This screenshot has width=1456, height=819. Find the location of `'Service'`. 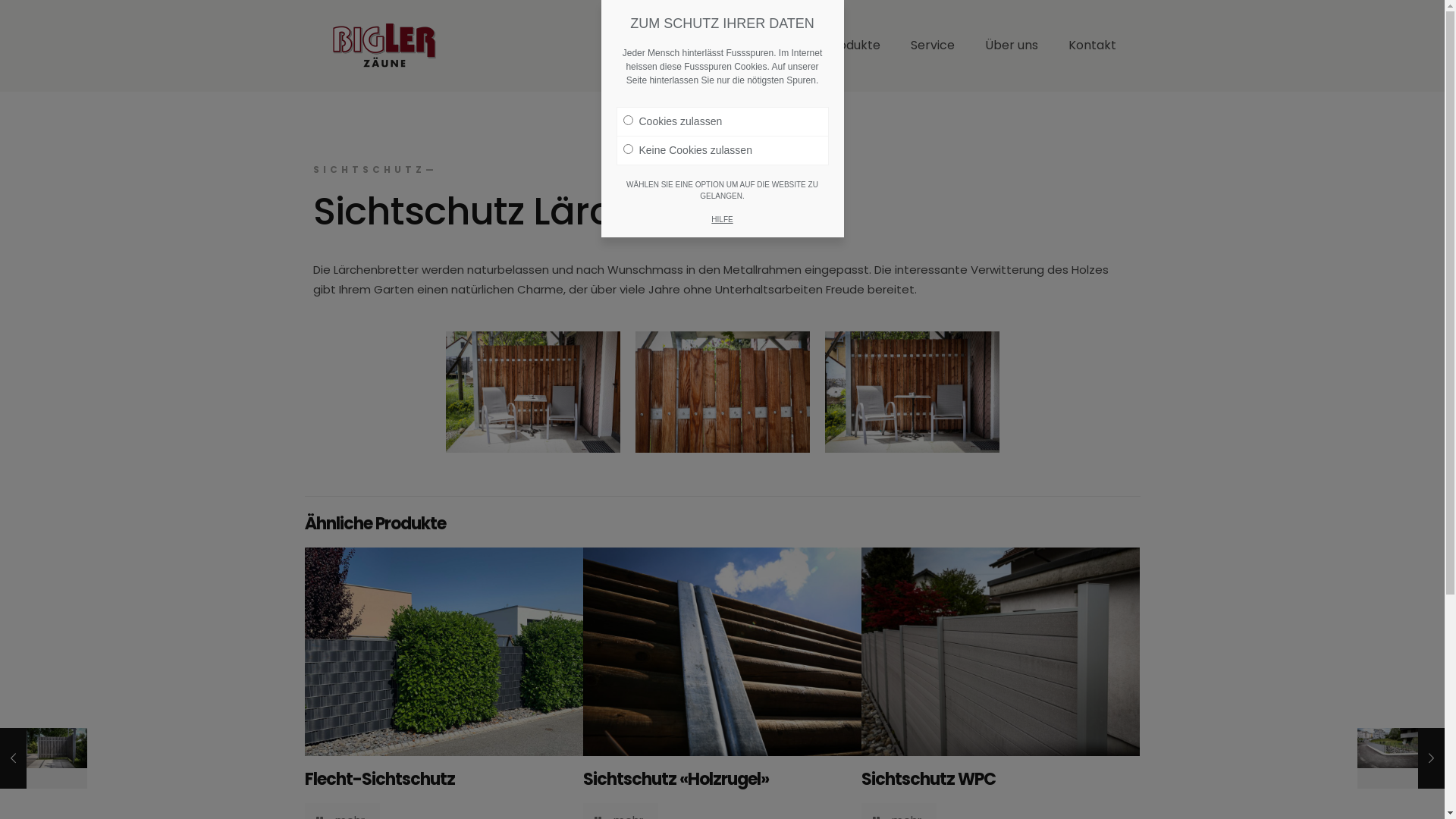

'Service' is located at coordinates (895, 45).